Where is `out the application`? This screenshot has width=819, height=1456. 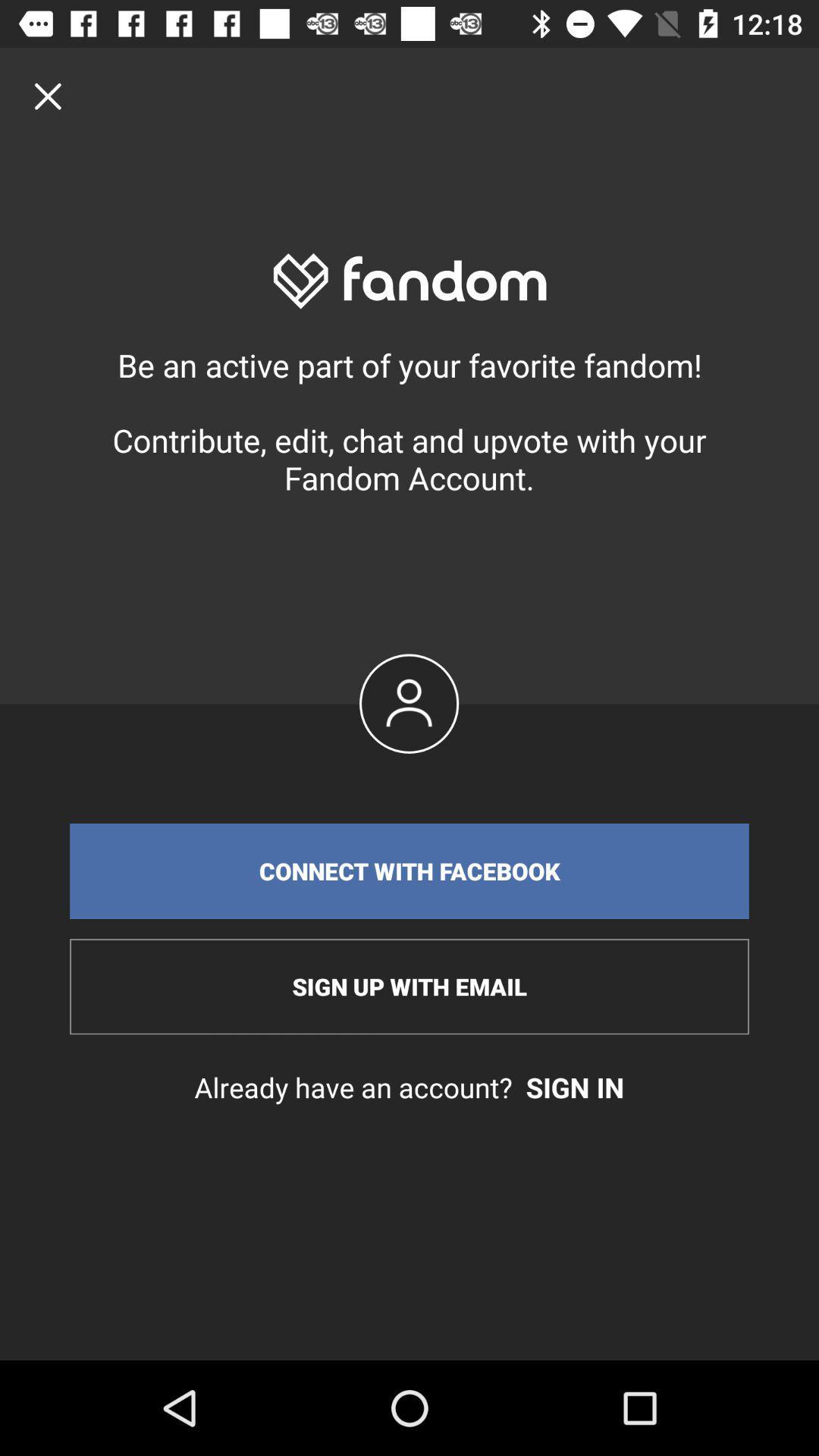
out the application is located at coordinates (47, 95).